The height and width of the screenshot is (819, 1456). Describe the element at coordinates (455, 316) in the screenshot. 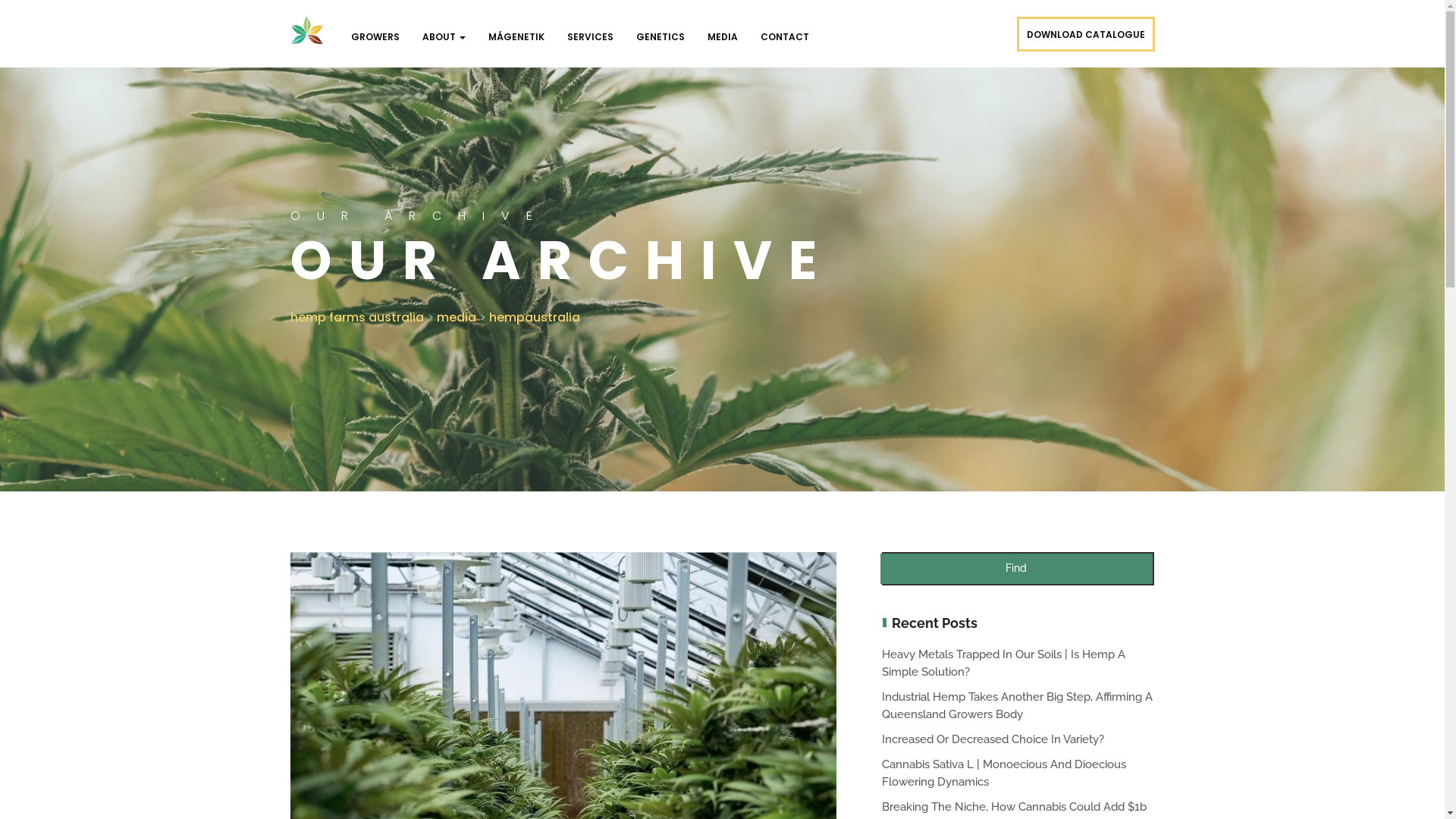

I see `'media'` at that location.